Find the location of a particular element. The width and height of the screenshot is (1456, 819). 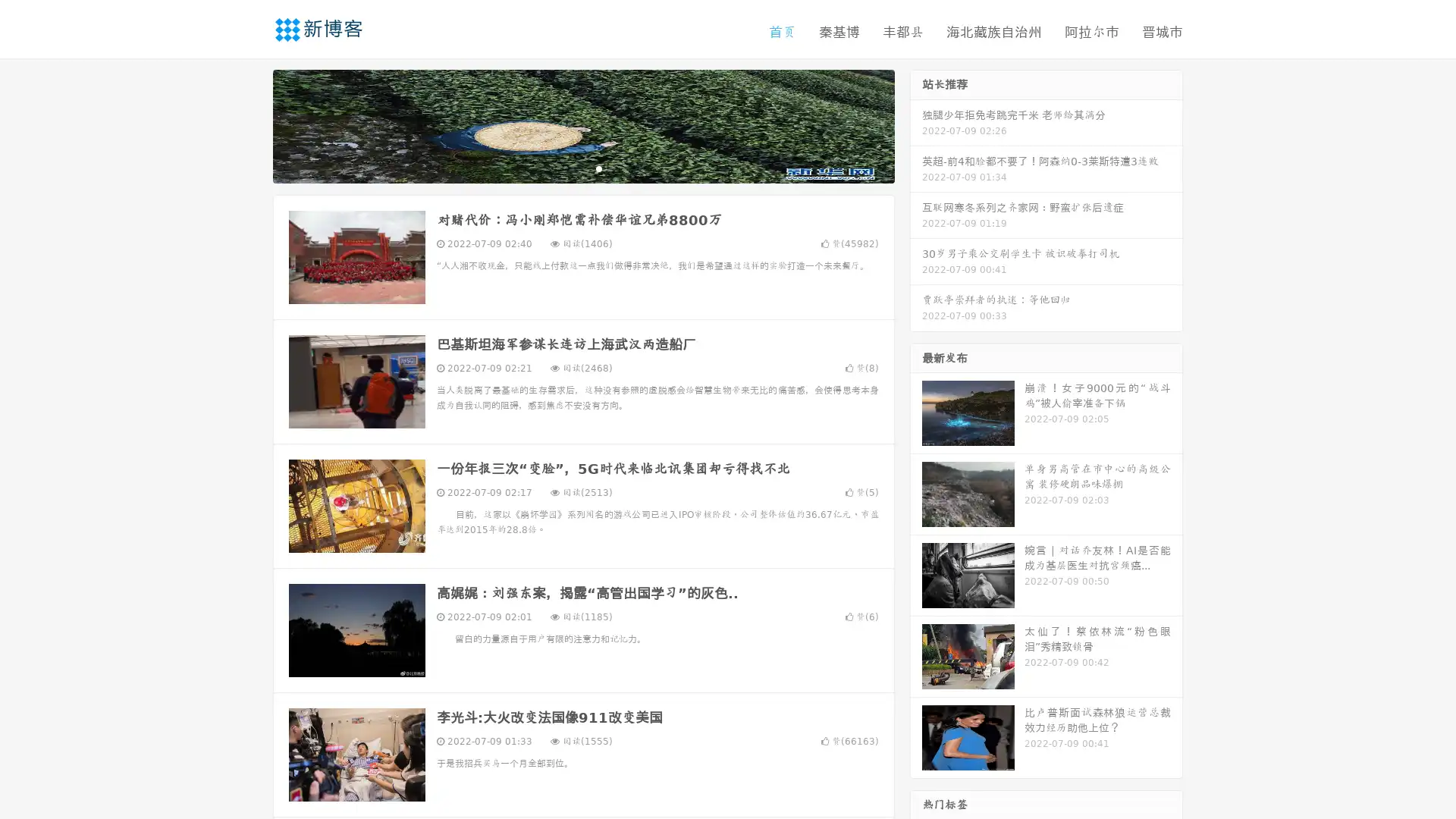

Go to slide 2 is located at coordinates (582, 171).